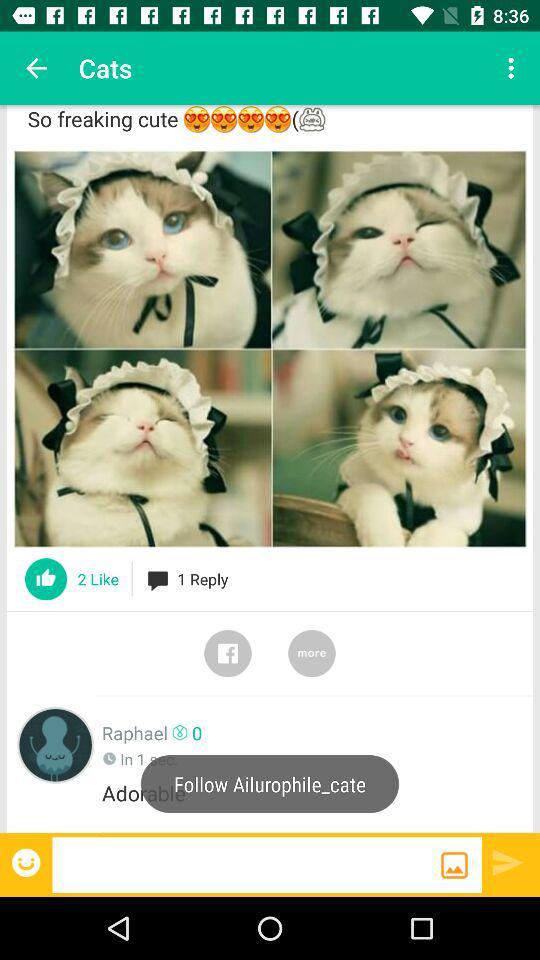 The image size is (540, 960). Describe the element at coordinates (508, 861) in the screenshot. I see `send button` at that location.